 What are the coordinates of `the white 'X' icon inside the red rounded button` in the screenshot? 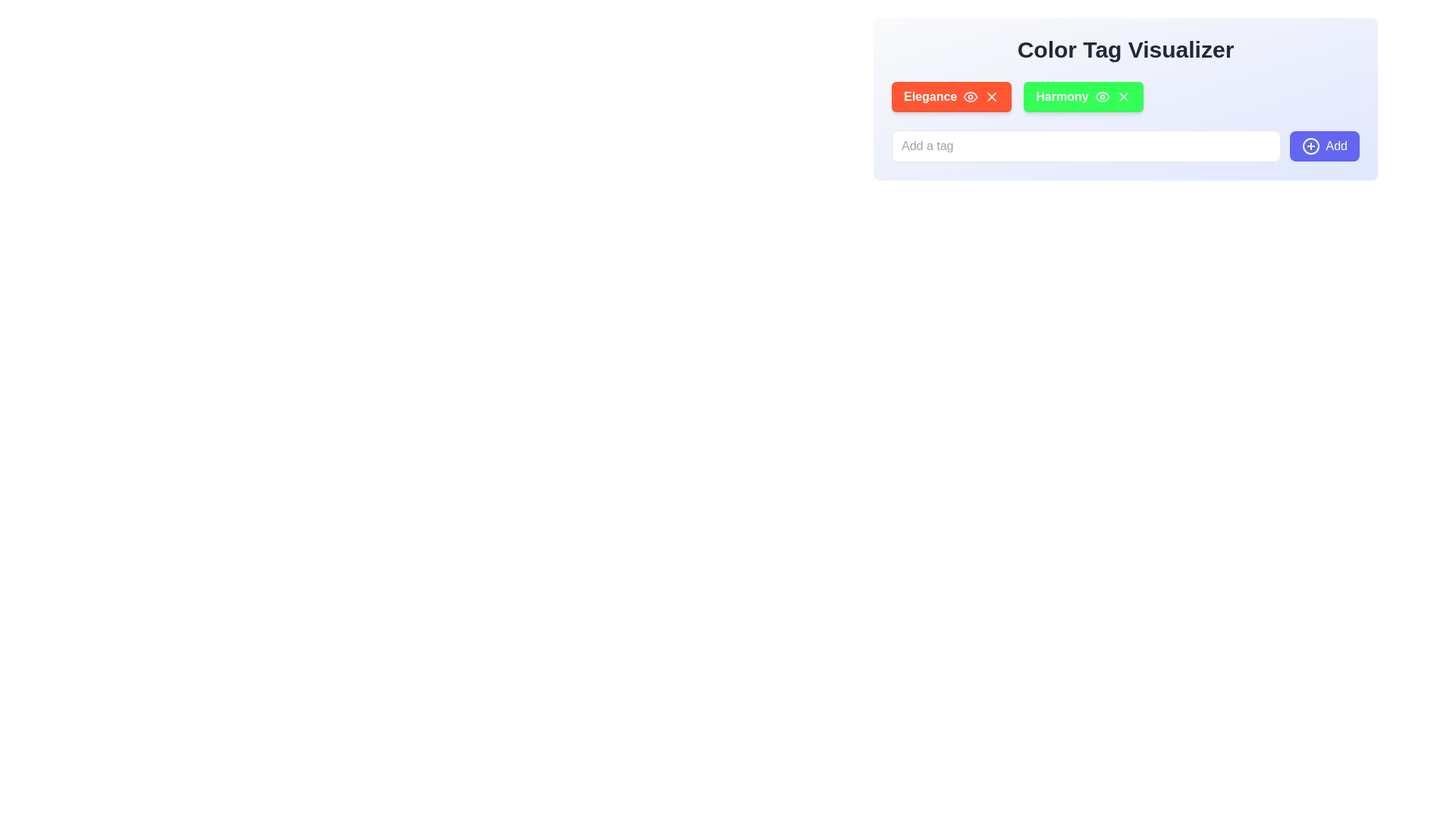 It's located at (992, 96).